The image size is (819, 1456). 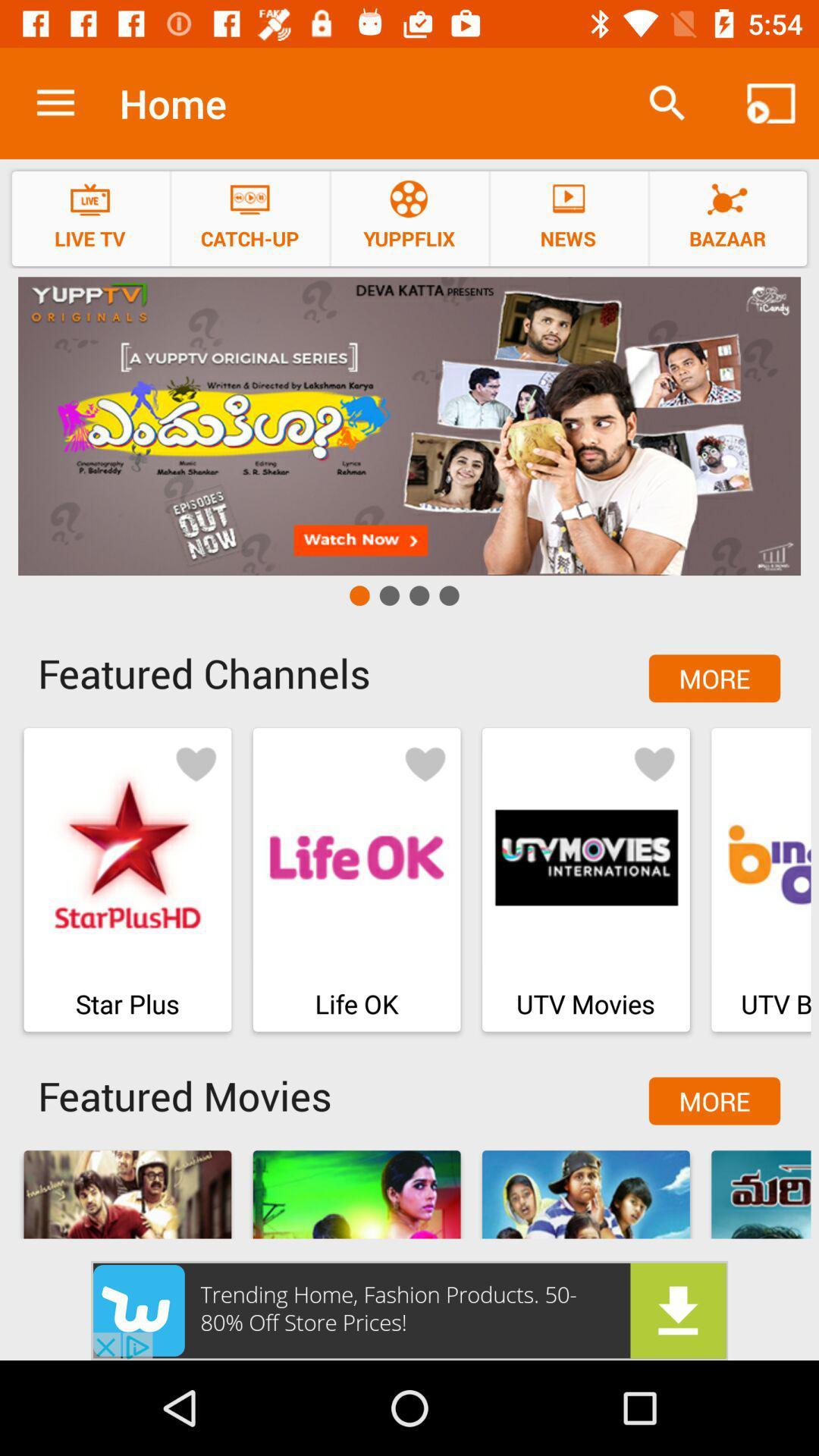 I want to click on advertisement page, so click(x=409, y=425).